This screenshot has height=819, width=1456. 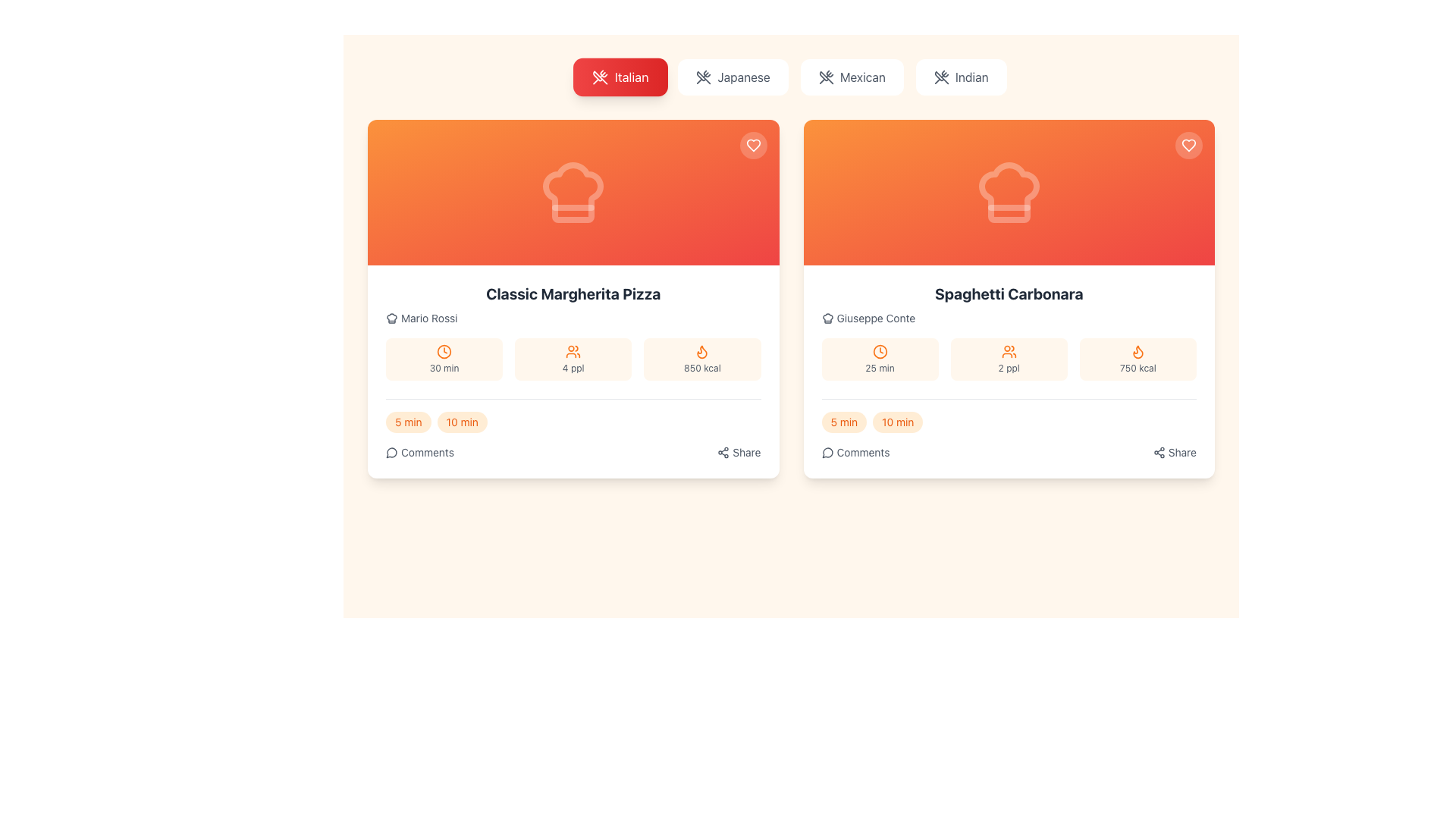 I want to click on circular stroke within the SVG icon of the clock located in the second recipe card titled 'Spaghetti Carbonara', which is associated with the preparation time text ('25 min'), so click(x=880, y=351).